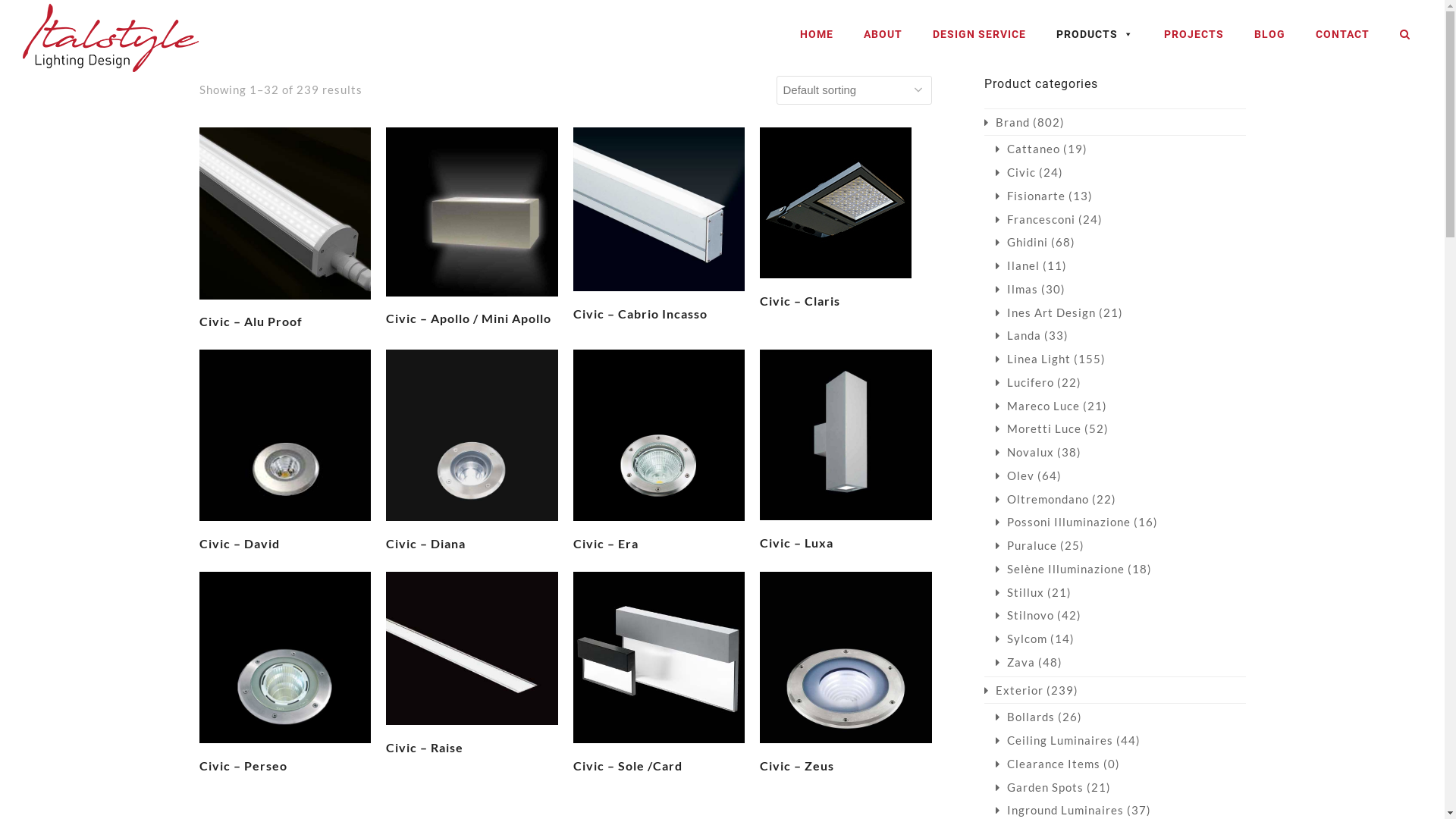 The height and width of the screenshot is (819, 1456). I want to click on 'Olev', so click(1014, 475).